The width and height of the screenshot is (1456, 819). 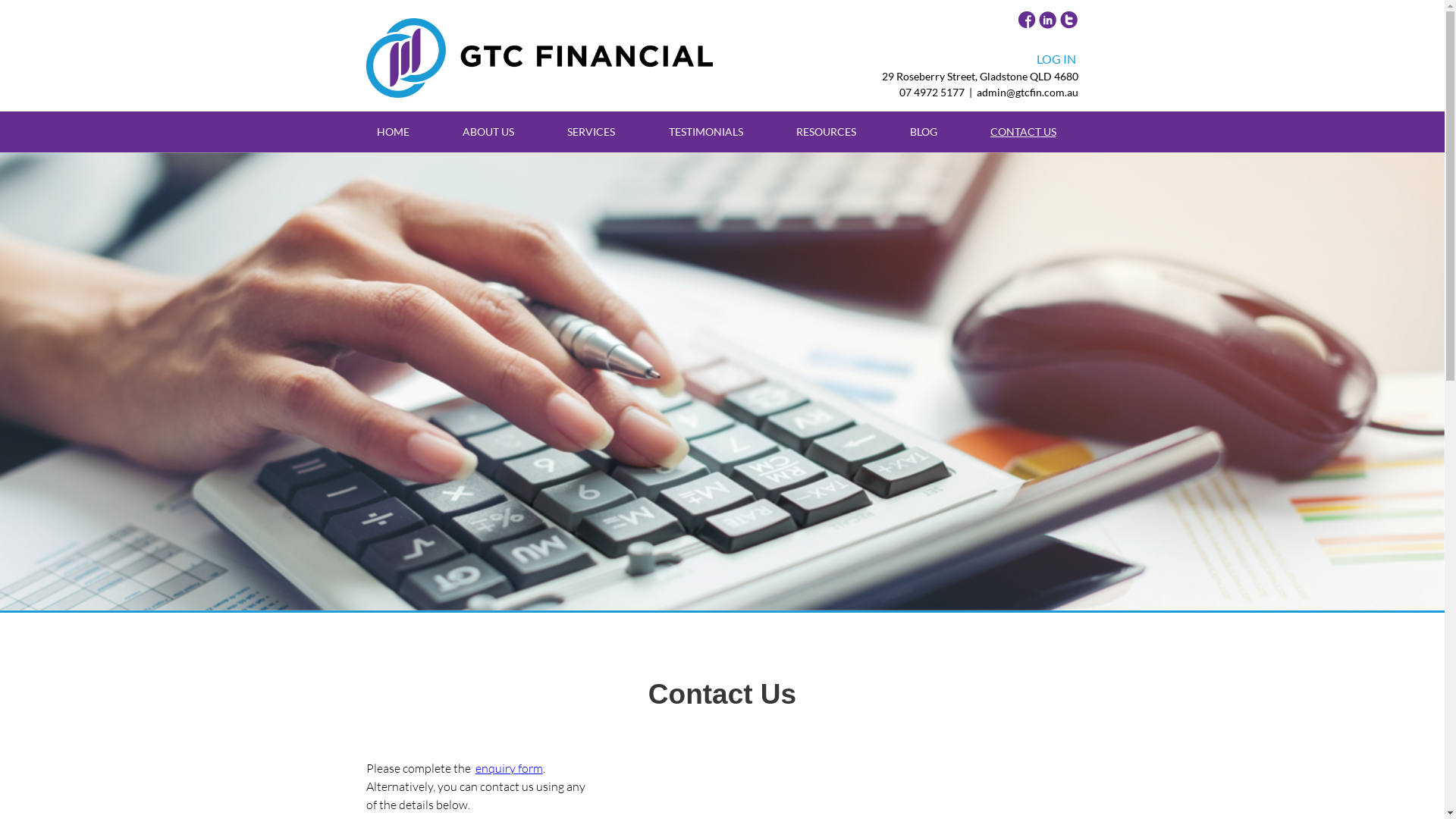 What do you see at coordinates (538, 57) in the screenshot?
I see `'GTC Horizontal Logo'` at bounding box center [538, 57].